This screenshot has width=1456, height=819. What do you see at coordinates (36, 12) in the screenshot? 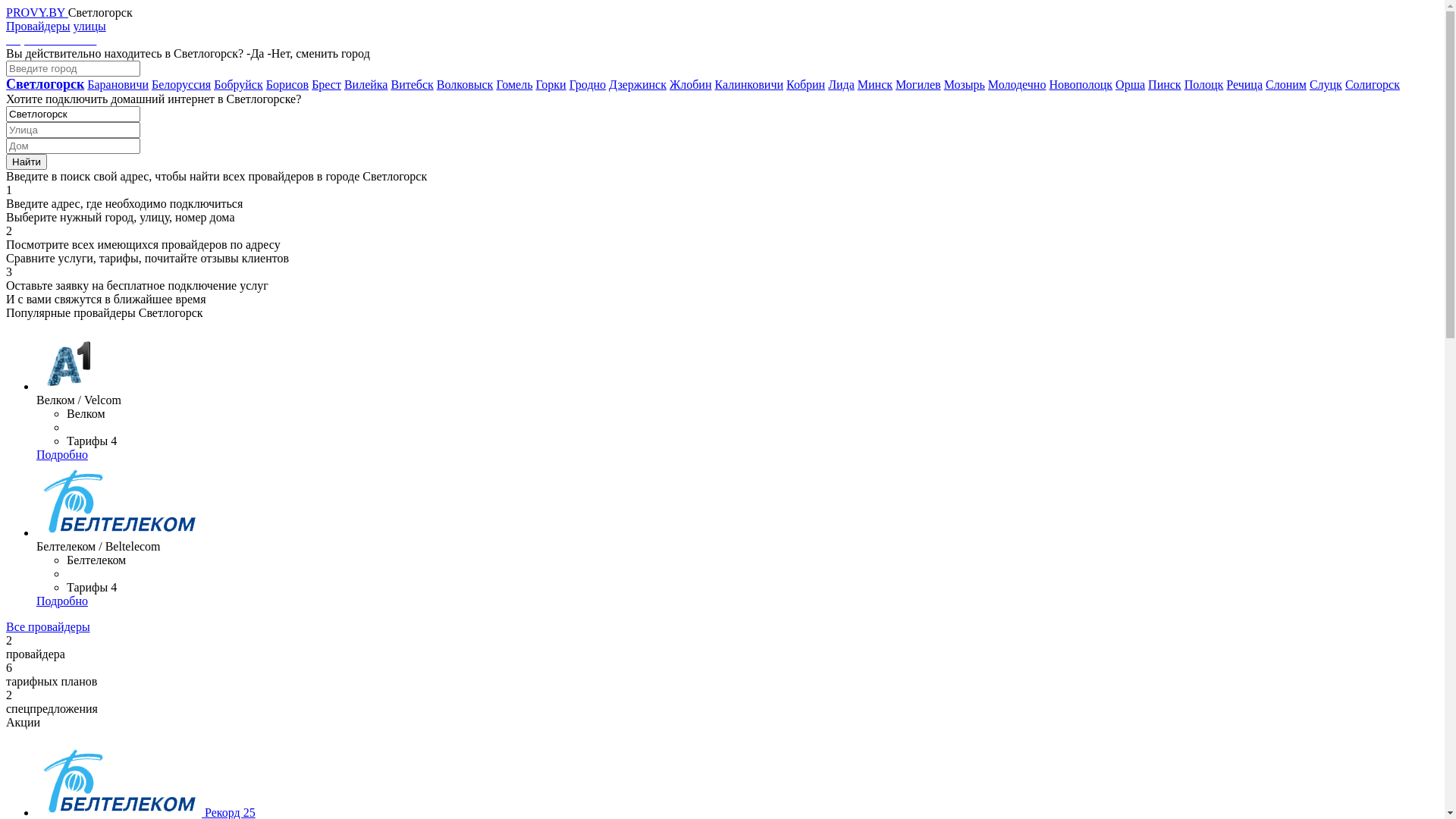
I see `'PROVY.BY'` at bounding box center [36, 12].